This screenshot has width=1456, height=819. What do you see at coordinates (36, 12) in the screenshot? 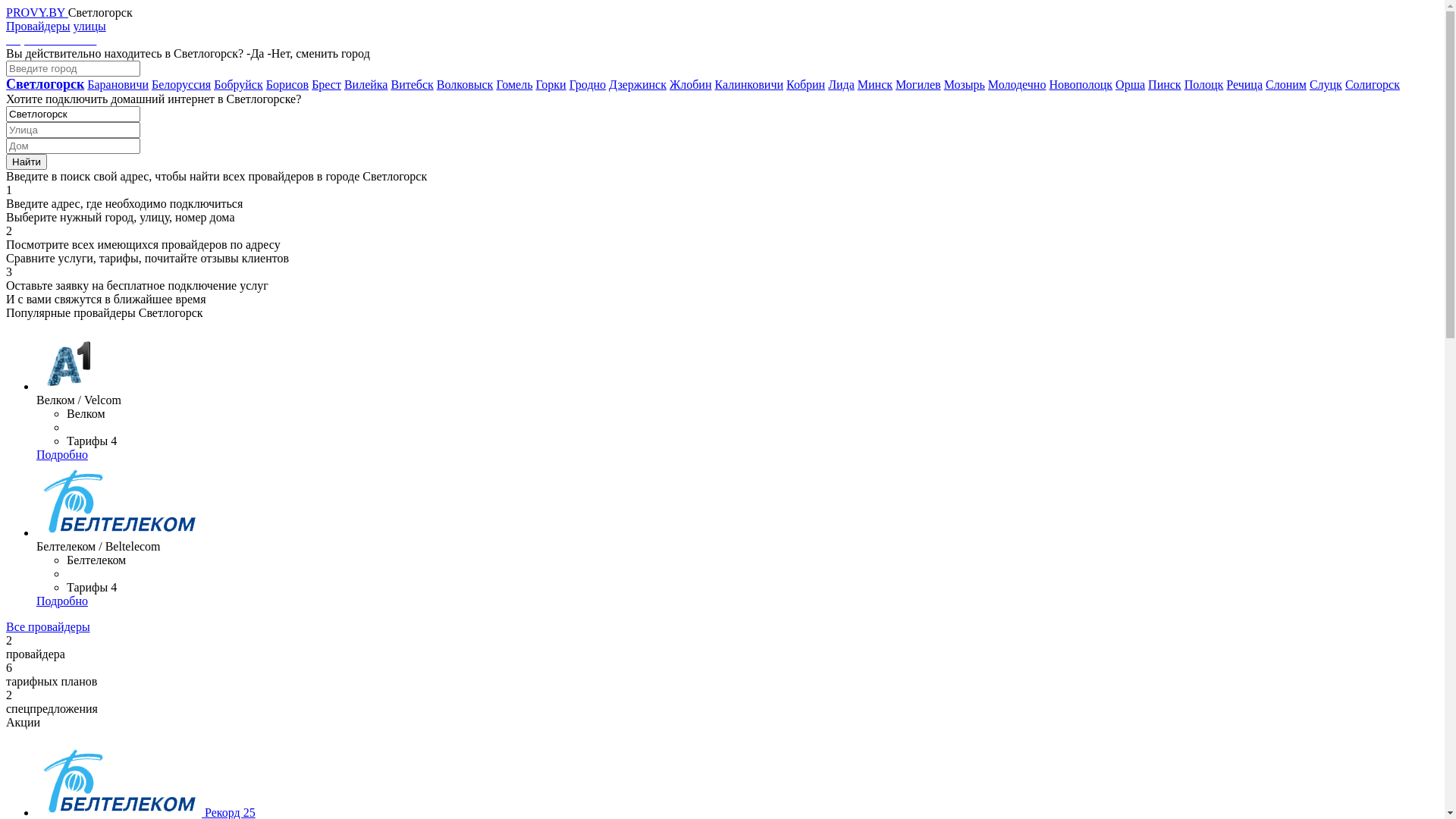
I see `'PROVY.BY'` at bounding box center [36, 12].